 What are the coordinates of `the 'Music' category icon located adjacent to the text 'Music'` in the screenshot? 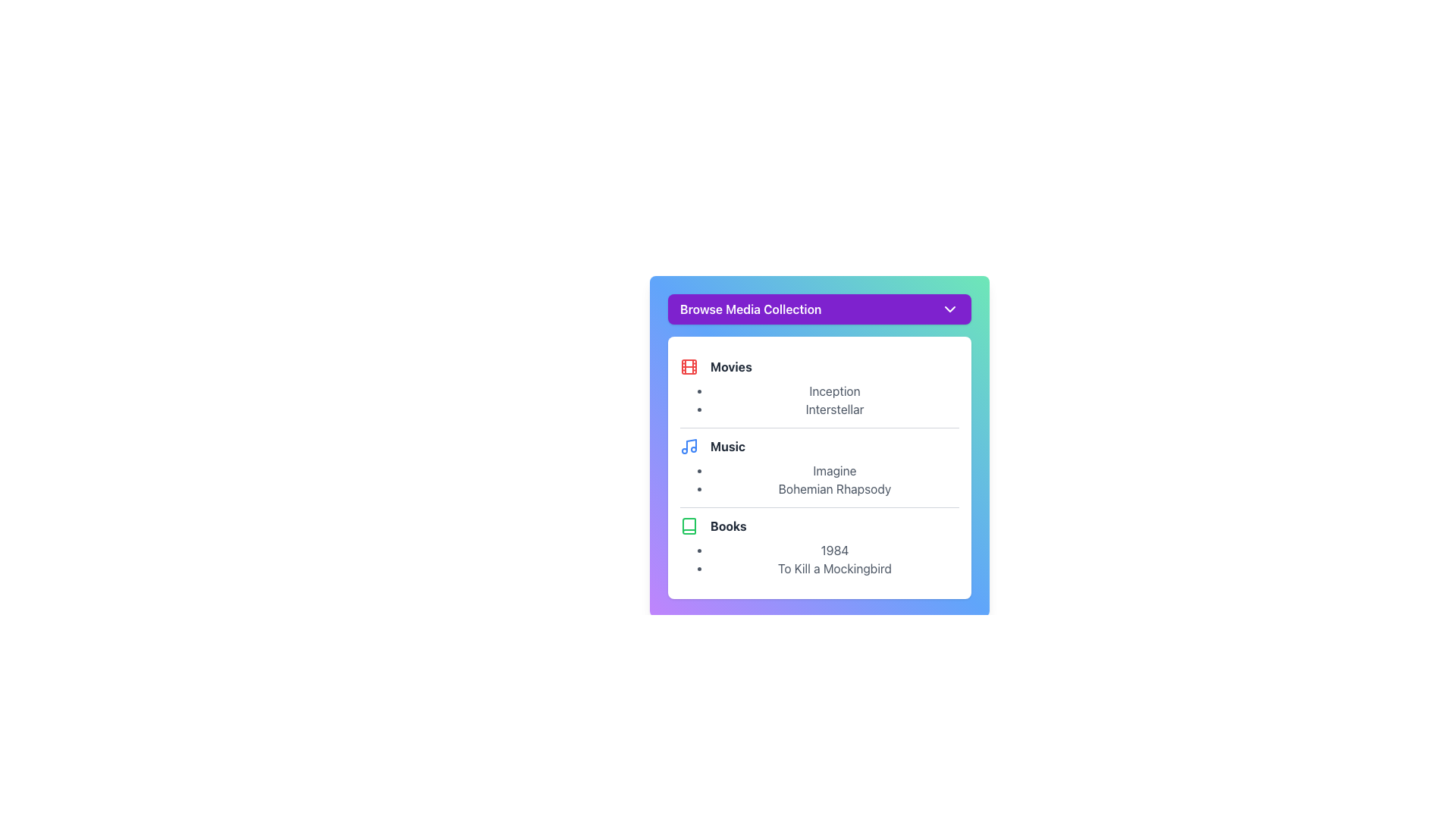 It's located at (688, 446).